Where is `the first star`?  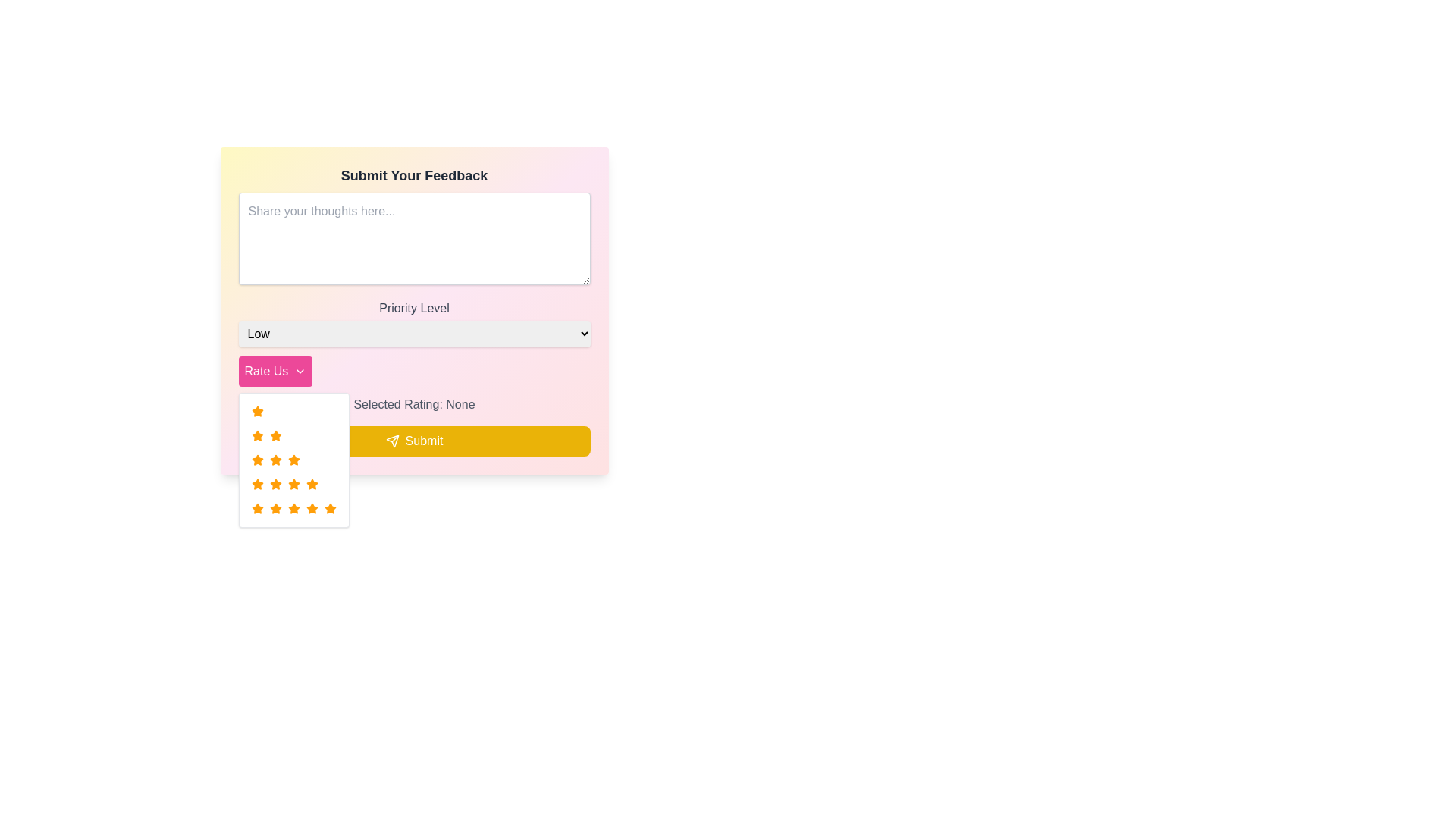 the first star is located at coordinates (275, 435).